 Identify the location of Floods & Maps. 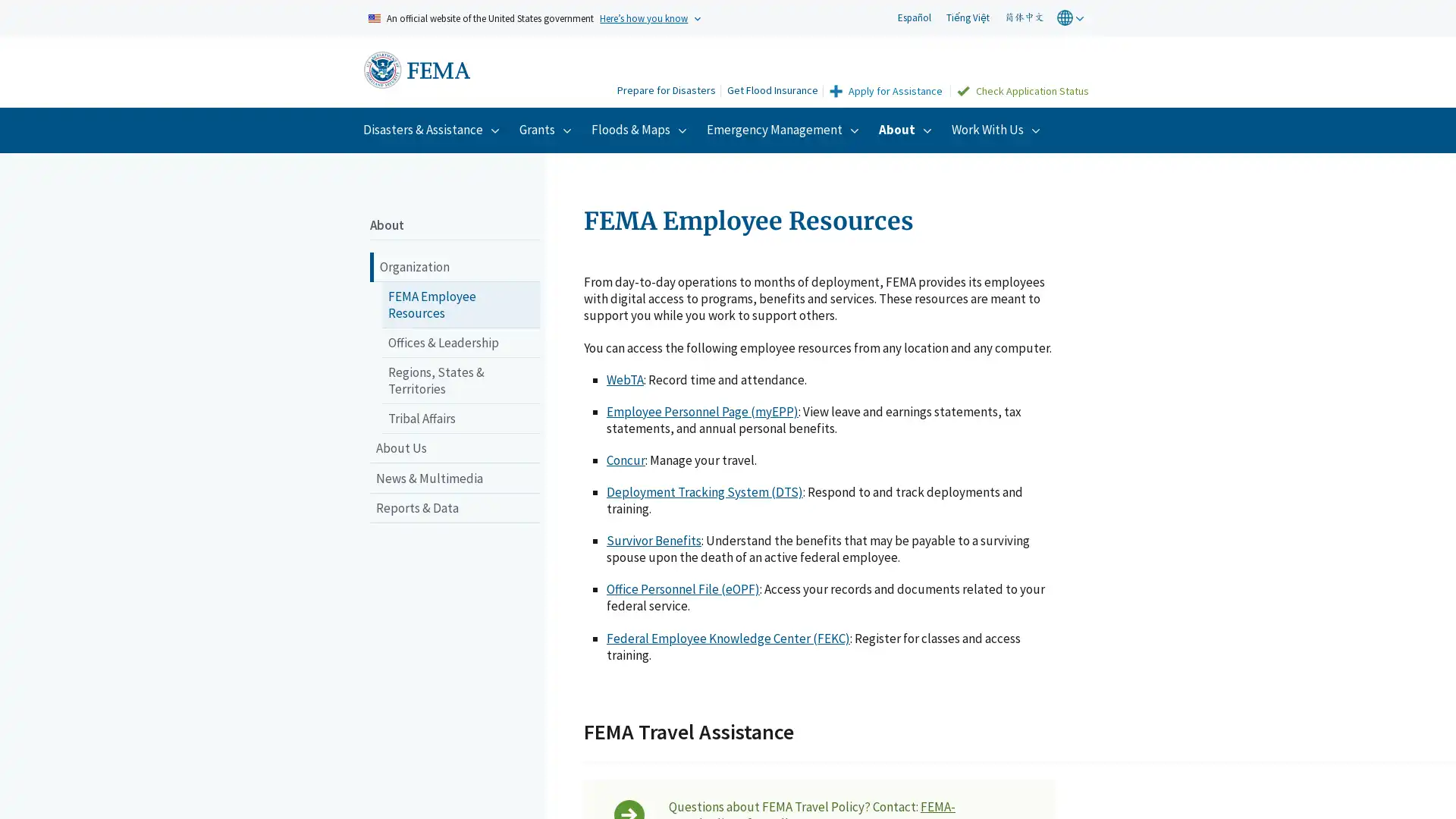
(641, 128).